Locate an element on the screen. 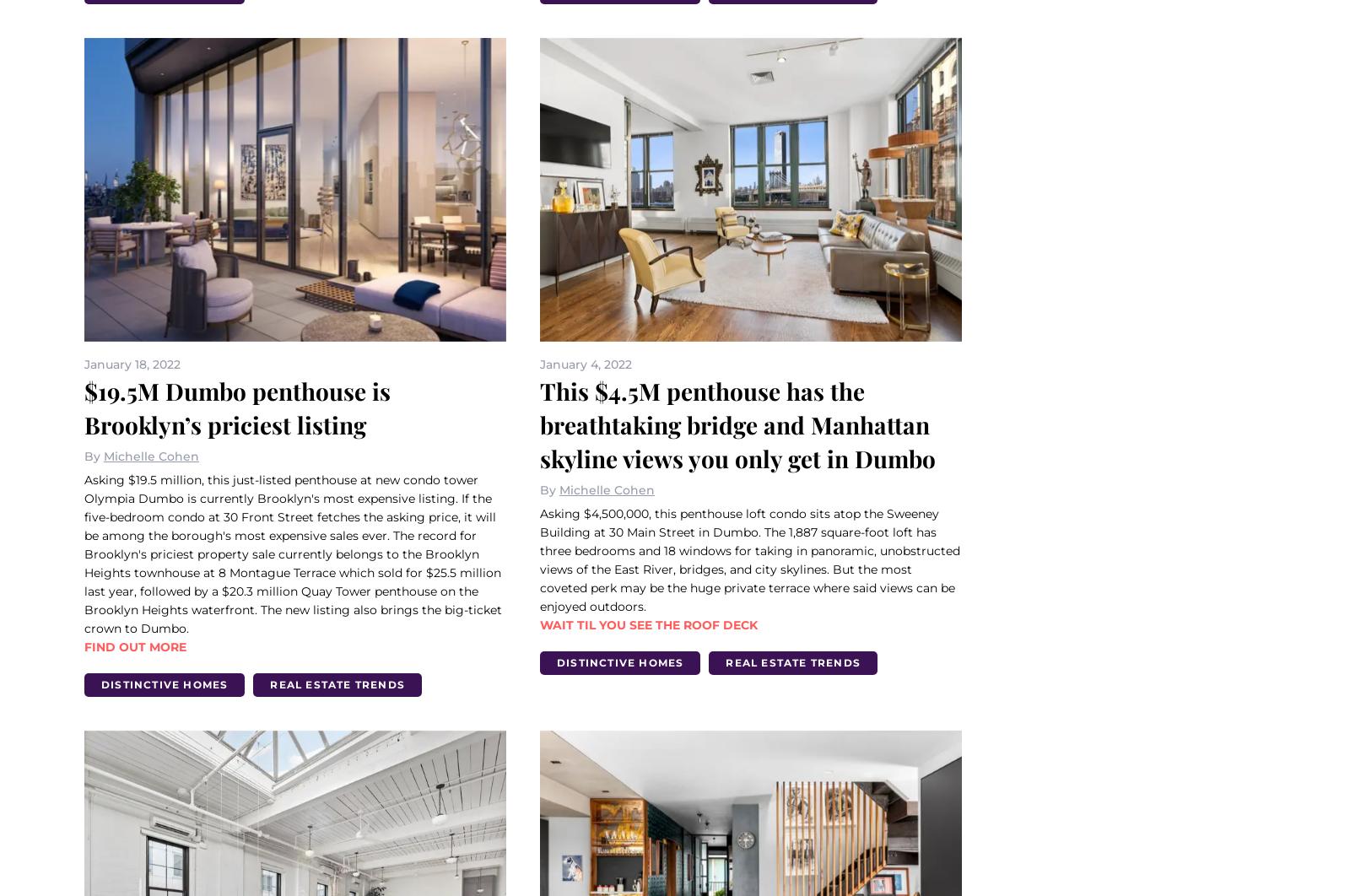 The height and width of the screenshot is (896, 1350). 'Find out more' is located at coordinates (134, 646).